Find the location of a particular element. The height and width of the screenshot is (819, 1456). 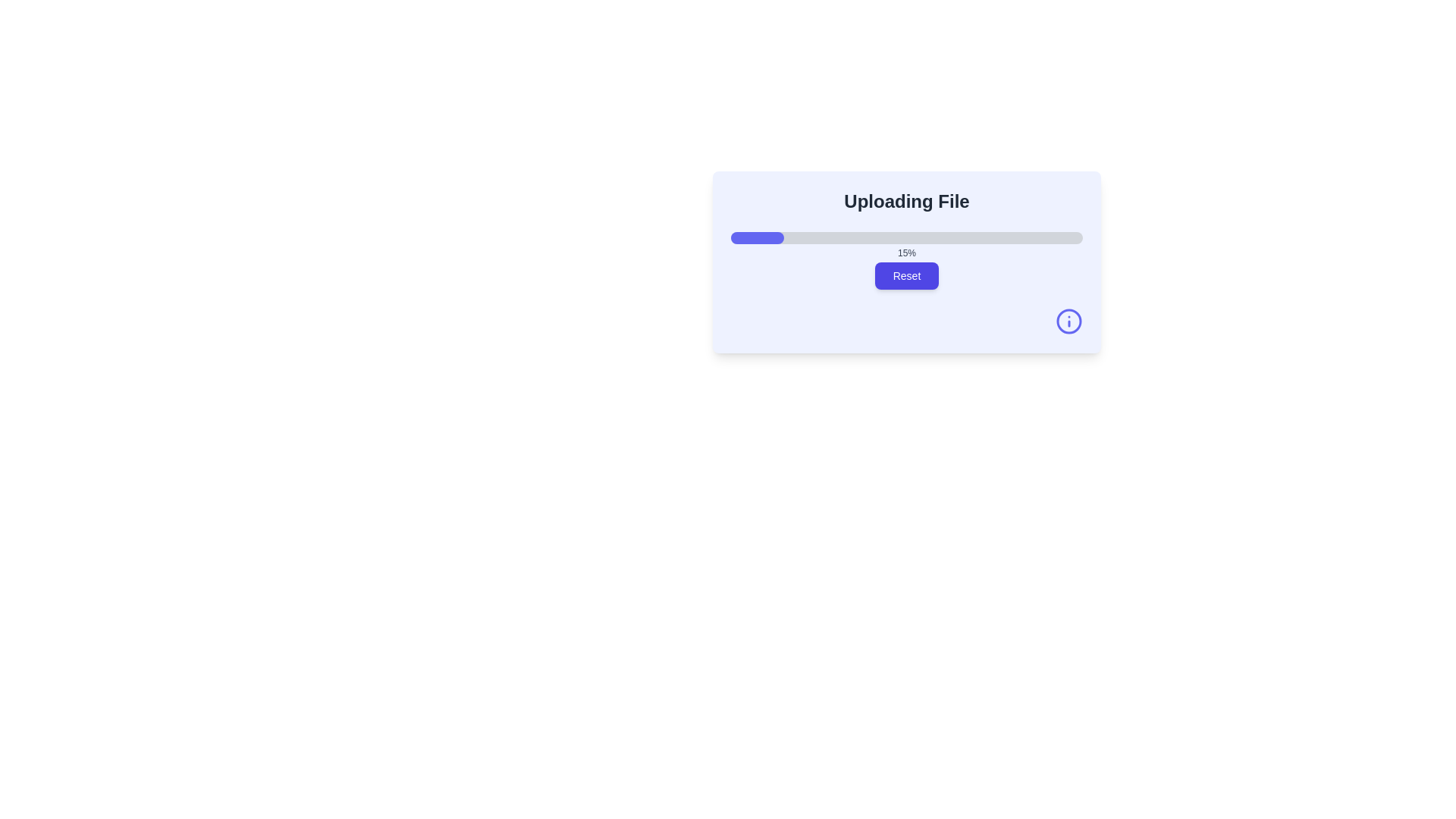

the progress indicator that visually represents 10% completion of the ongoing task, located at the leftmost end of the progress bar is located at coordinates (748, 237).